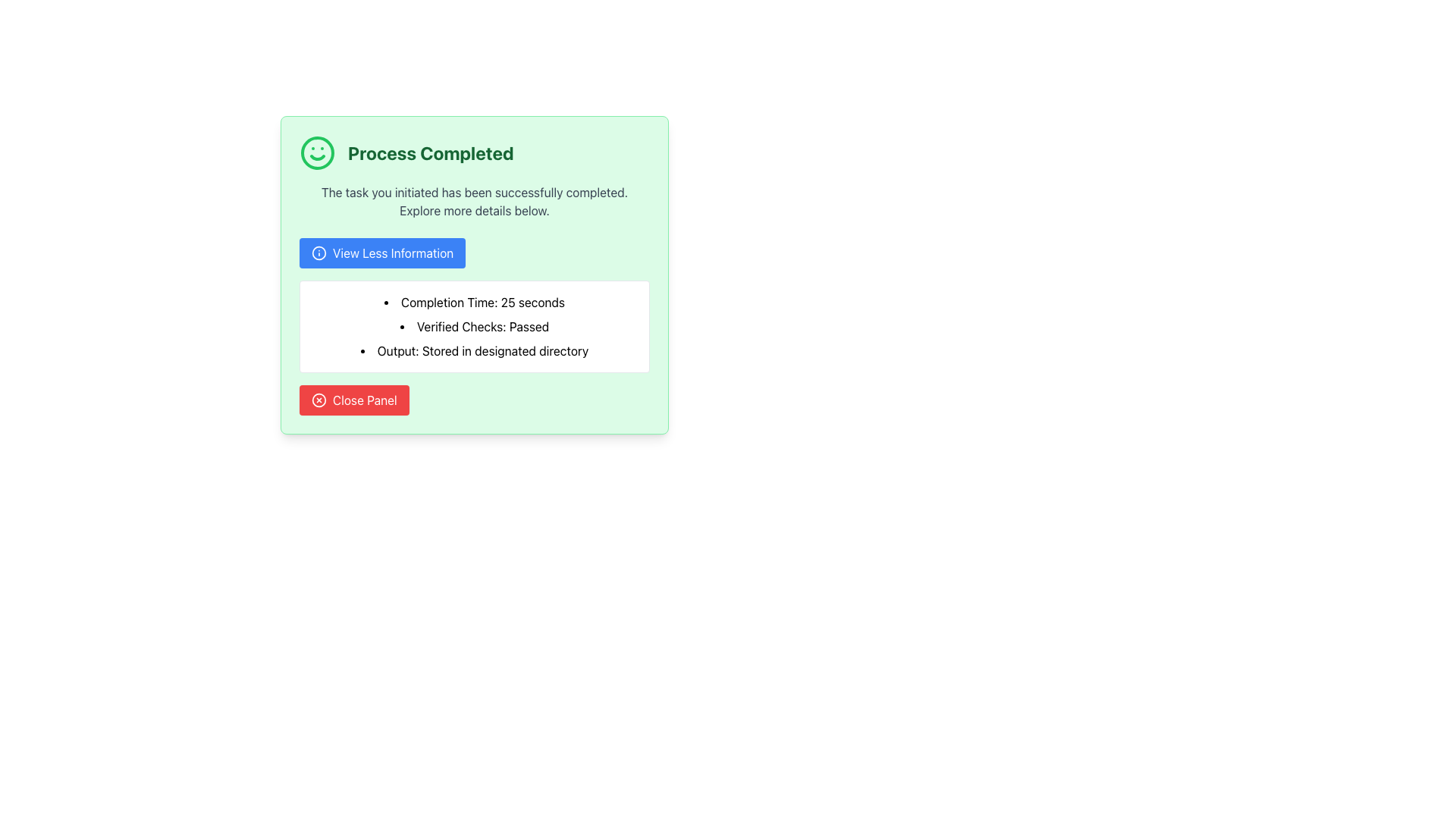 The image size is (1456, 819). What do you see at coordinates (430, 152) in the screenshot?
I see `the bold text block saying 'Process Completed' styled in dark green, located at the top-center of a light green panel` at bounding box center [430, 152].